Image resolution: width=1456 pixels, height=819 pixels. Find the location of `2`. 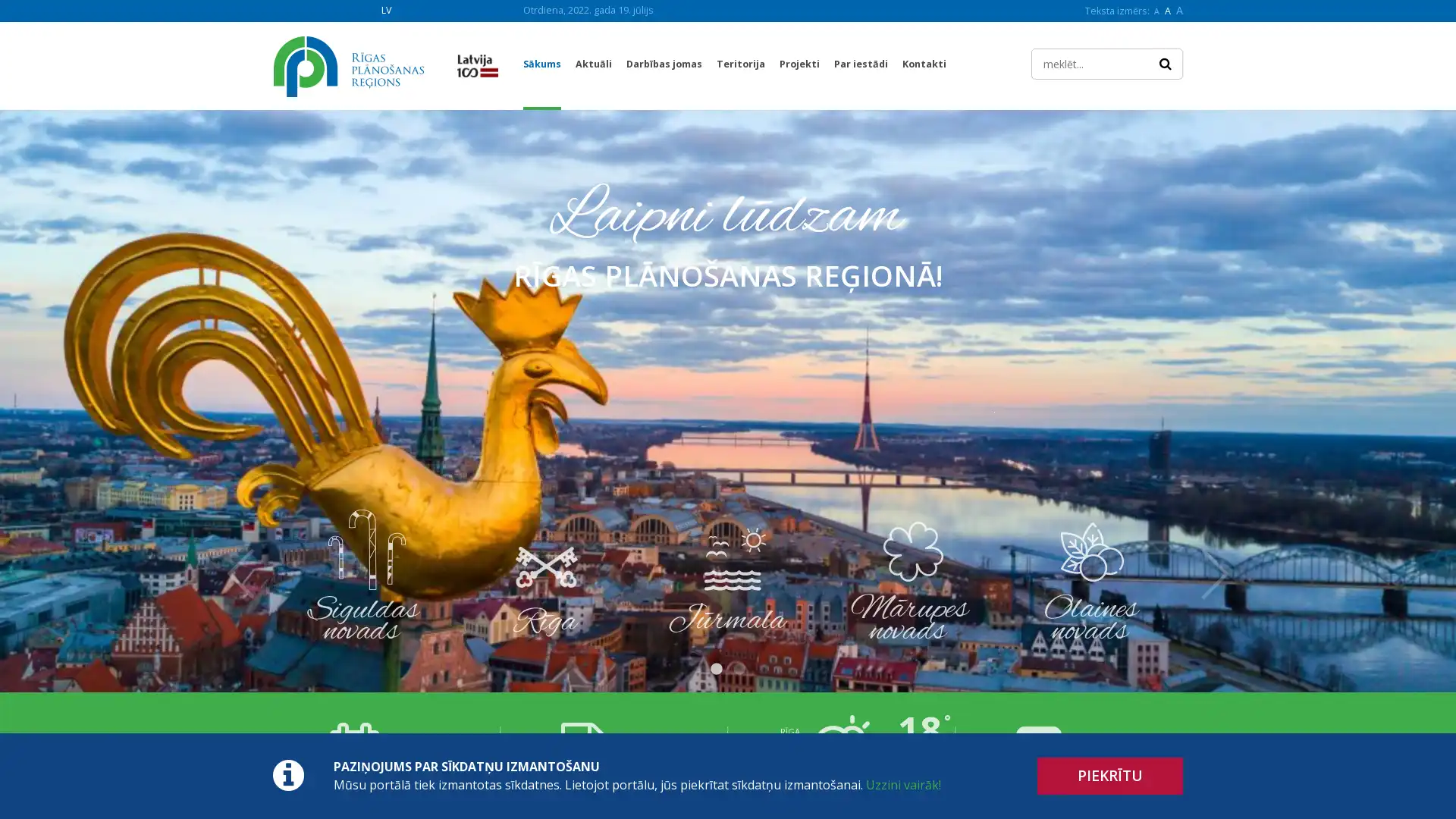

2 is located at coordinates (739, 669).